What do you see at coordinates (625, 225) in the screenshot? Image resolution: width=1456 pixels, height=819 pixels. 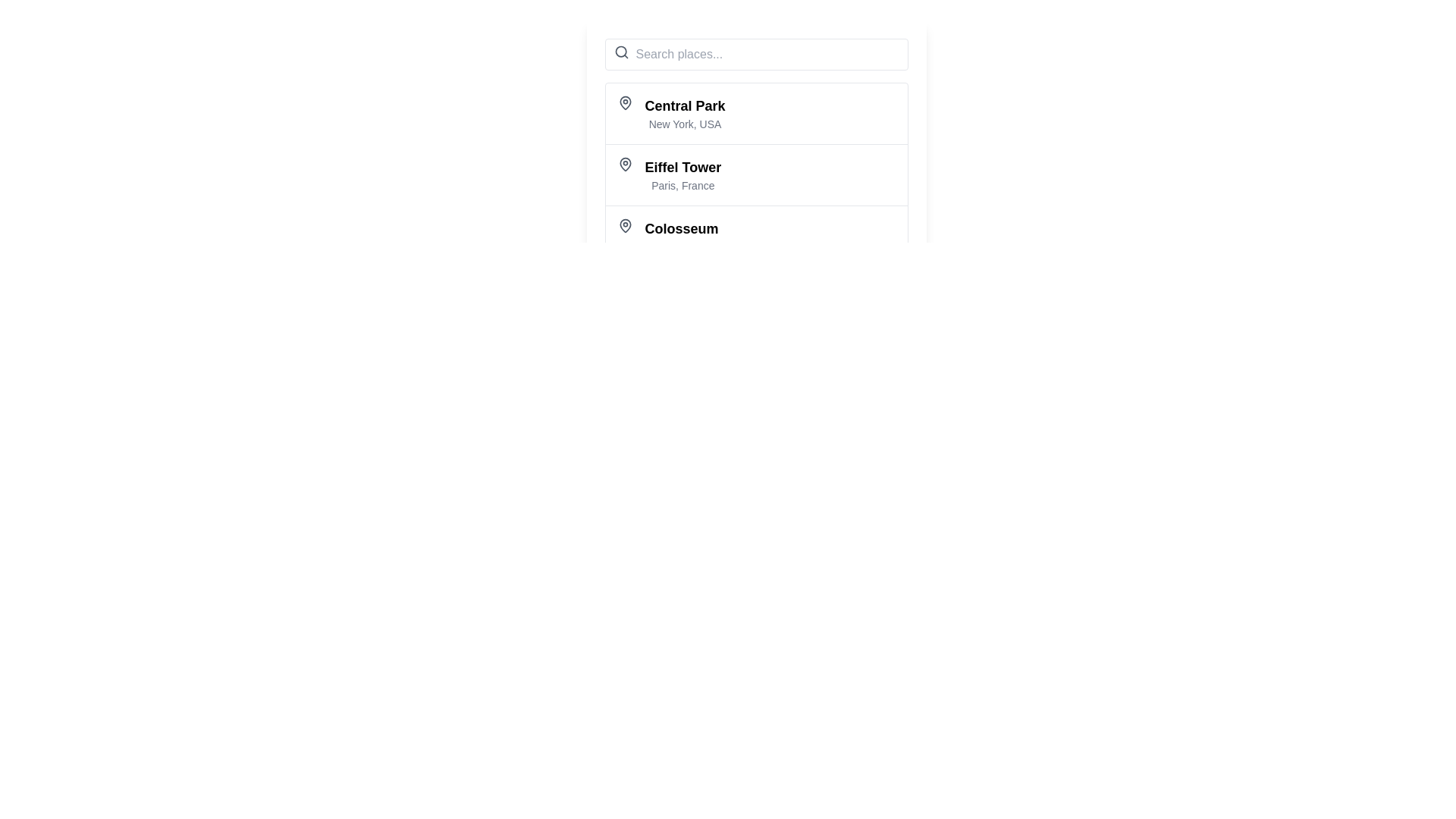 I see `the pin icon indicating the Colosseum entry in the list, which is positioned to the left of the text 'Colosseum, Rome, Italy.'` at bounding box center [625, 225].